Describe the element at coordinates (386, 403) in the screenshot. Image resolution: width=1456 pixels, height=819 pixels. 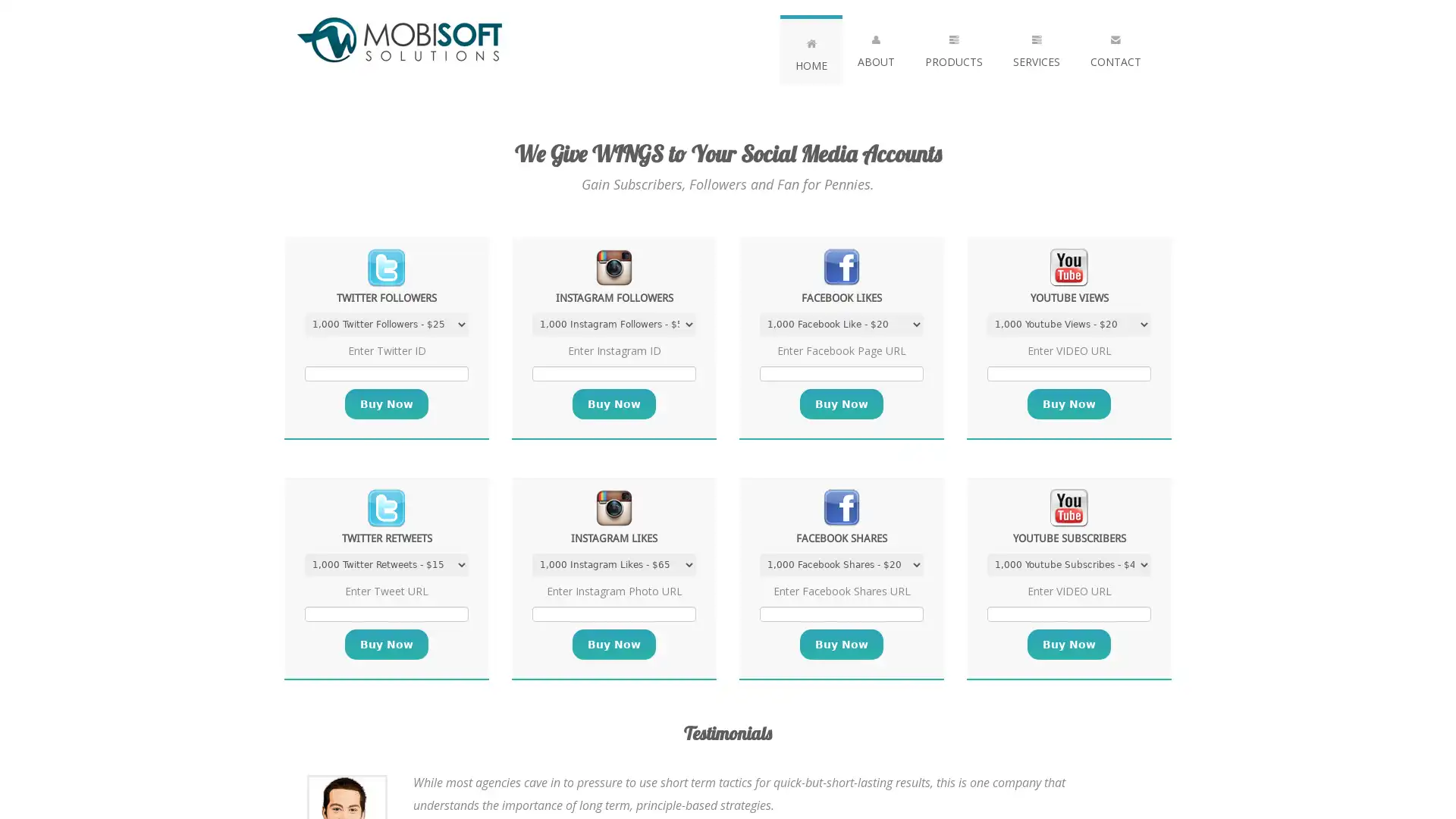
I see `Buy Now` at that location.